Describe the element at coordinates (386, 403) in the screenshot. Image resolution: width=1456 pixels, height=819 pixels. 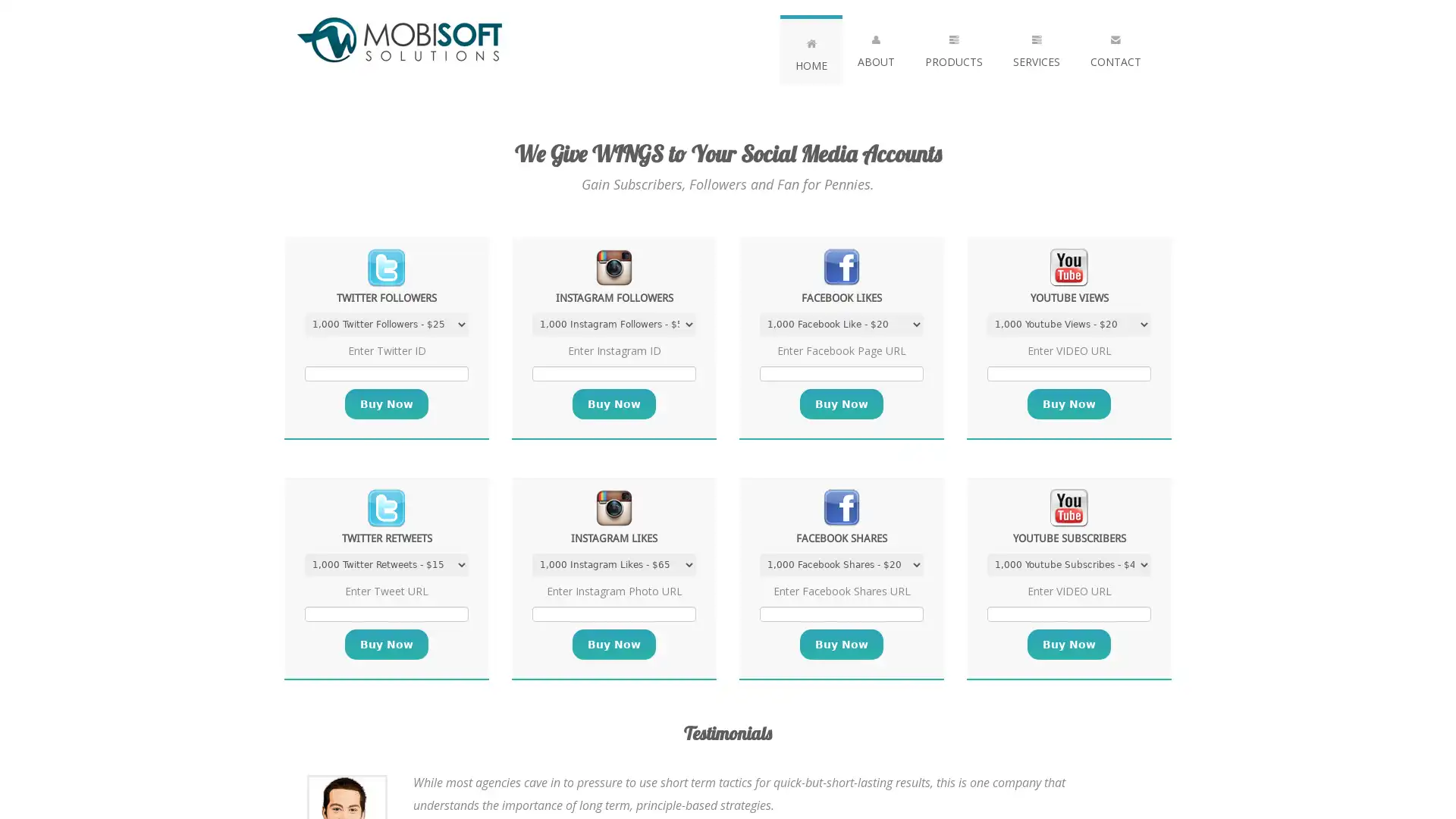
I see `Buy Now` at that location.